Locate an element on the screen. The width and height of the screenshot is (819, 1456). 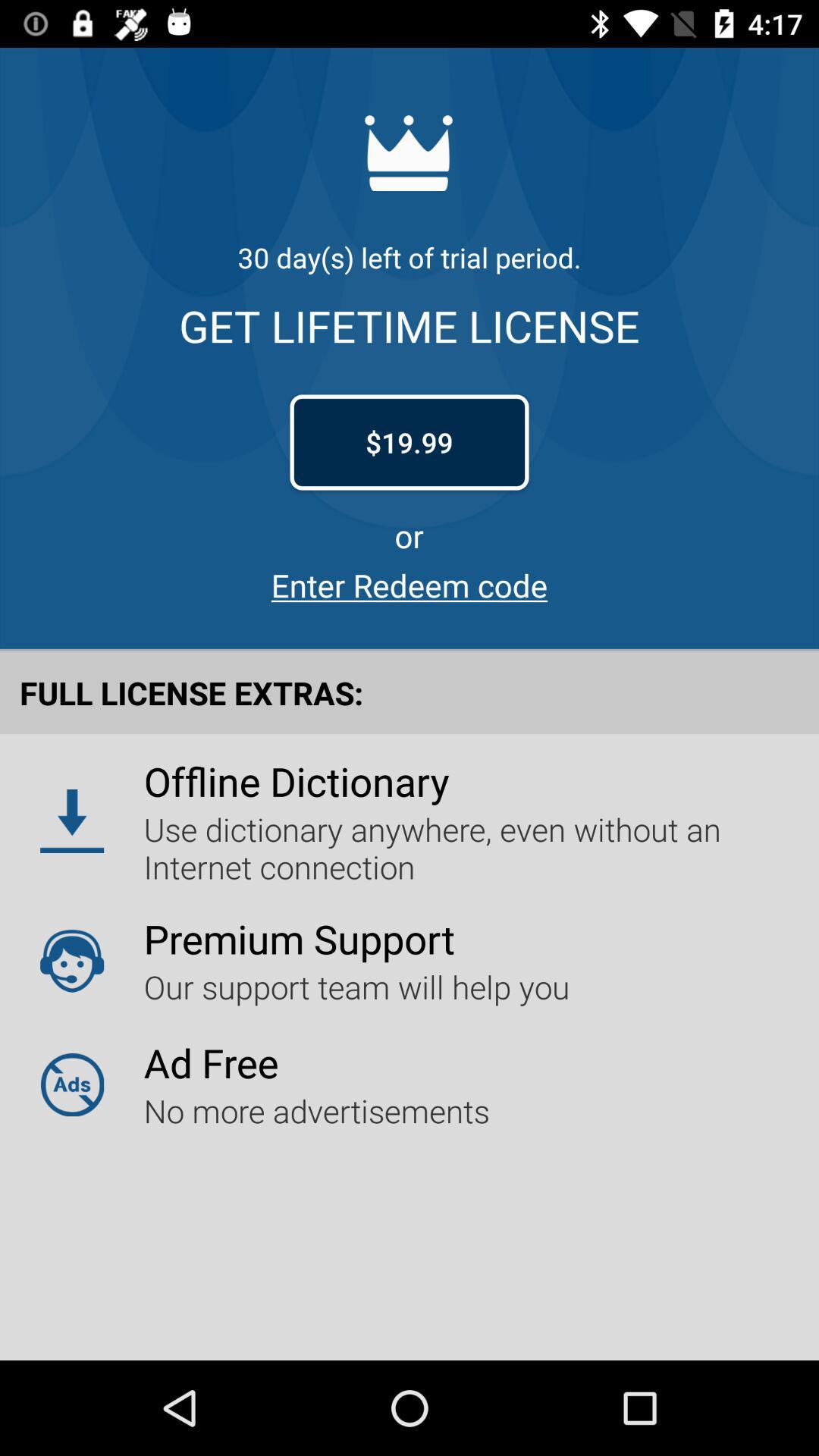
the enter redeem code is located at coordinates (409, 584).